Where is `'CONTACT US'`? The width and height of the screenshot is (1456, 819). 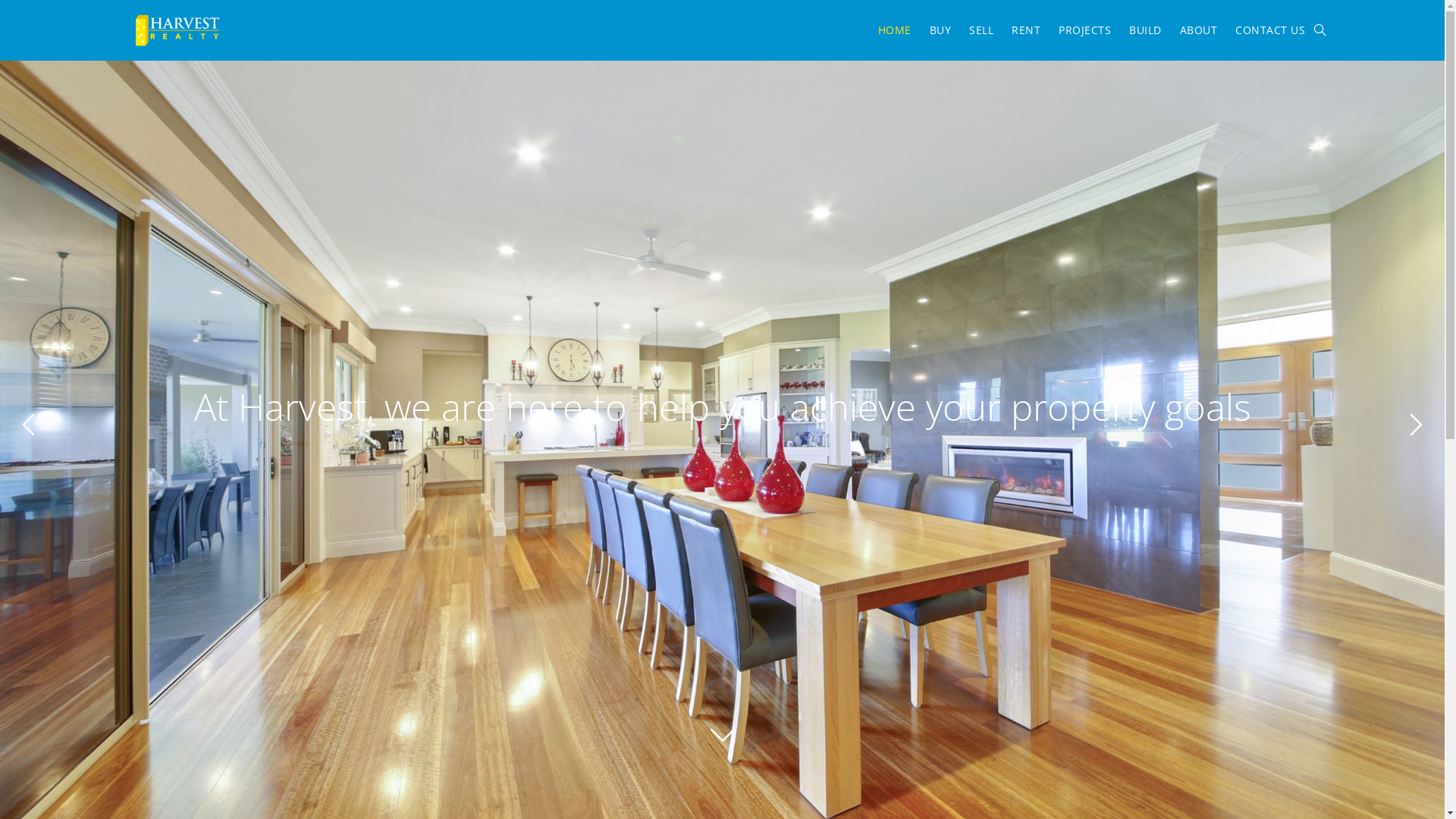 'CONTACT US' is located at coordinates (1270, 30).